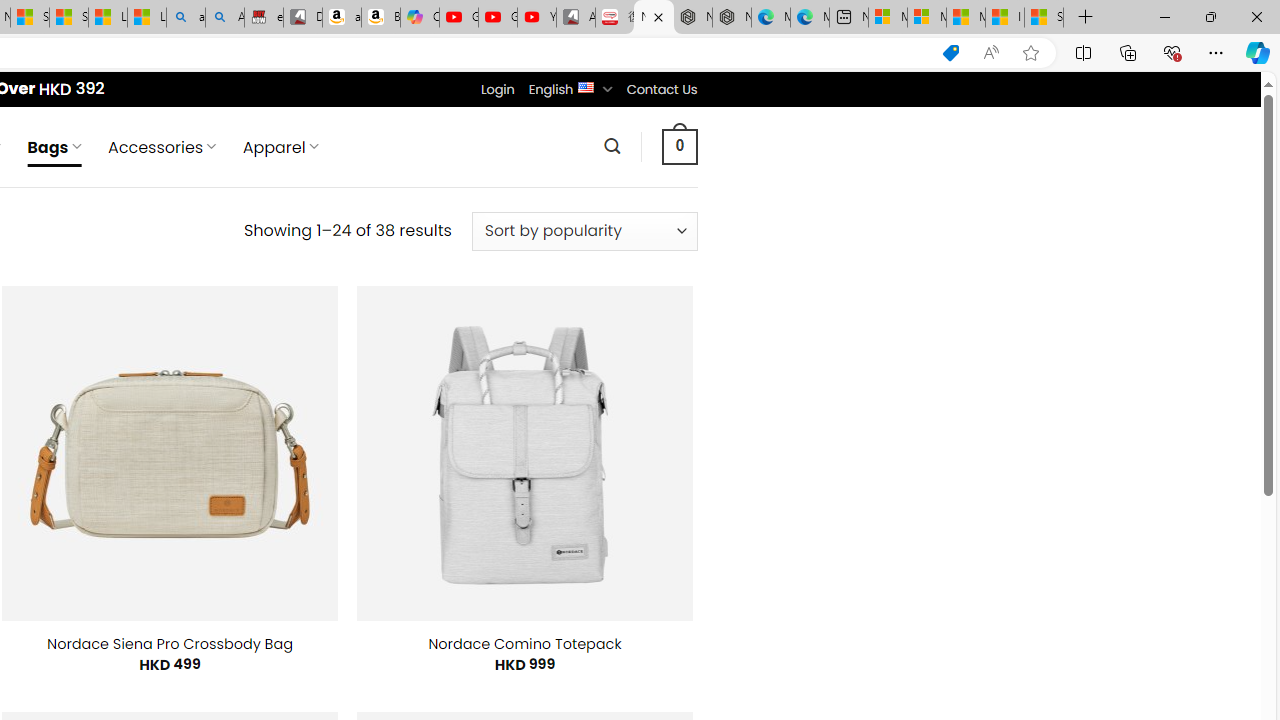 The image size is (1280, 720). What do you see at coordinates (1031, 52) in the screenshot?
I see `'Add this page to favorites (Ctrl+D)'` at bounding box center [1031, 52].